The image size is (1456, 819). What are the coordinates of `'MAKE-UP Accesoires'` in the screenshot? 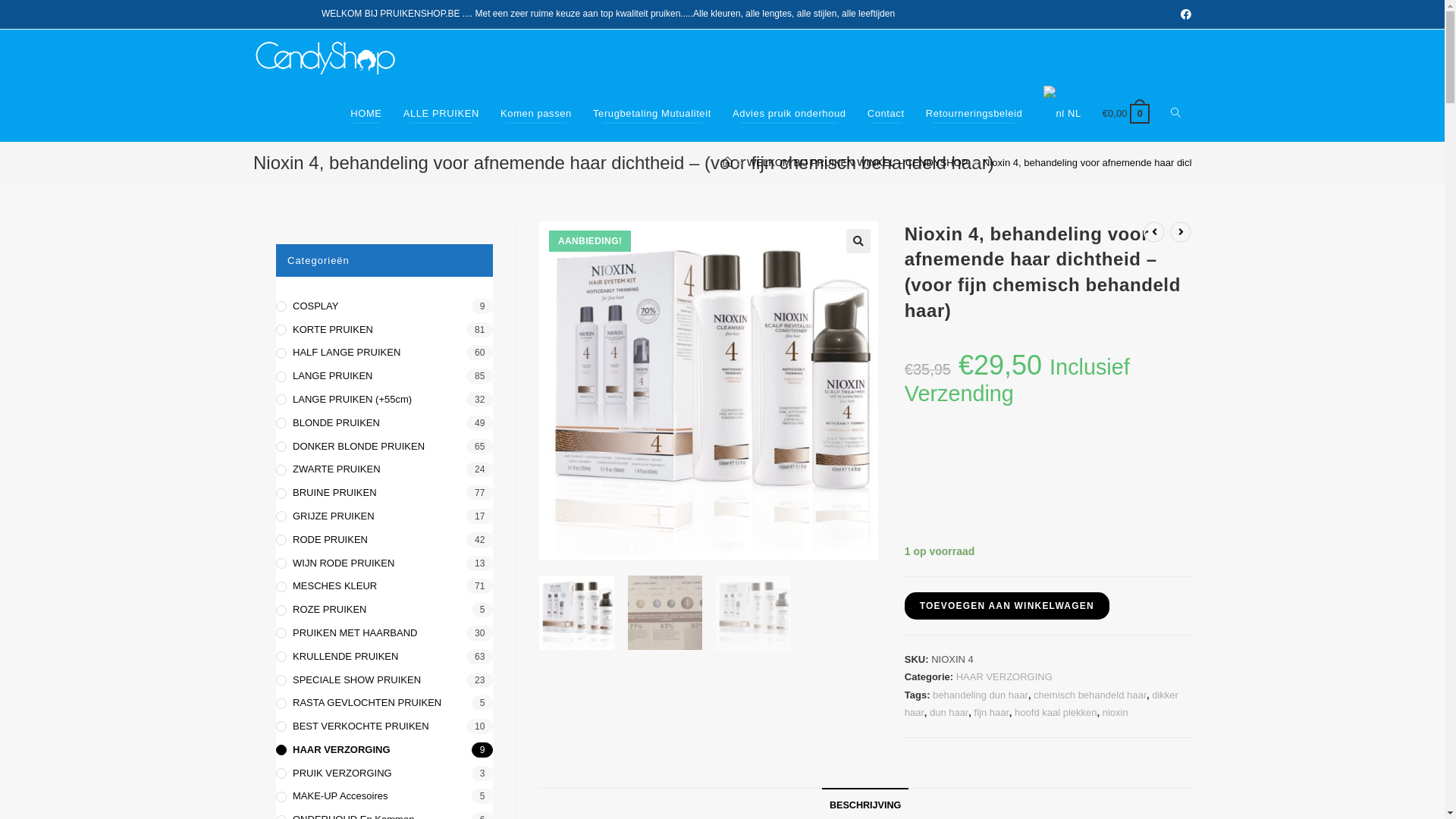 It's located at (384, 795).